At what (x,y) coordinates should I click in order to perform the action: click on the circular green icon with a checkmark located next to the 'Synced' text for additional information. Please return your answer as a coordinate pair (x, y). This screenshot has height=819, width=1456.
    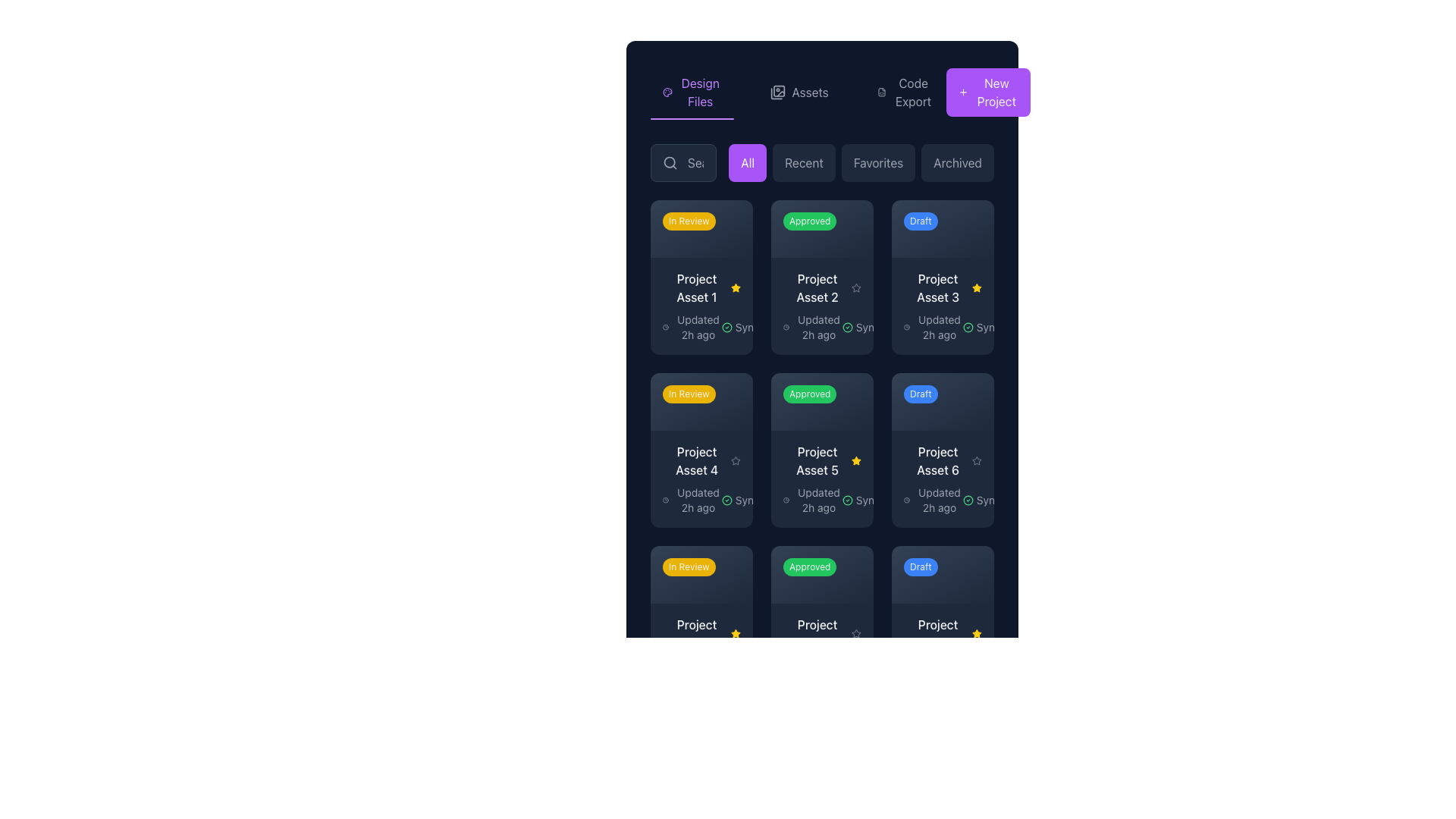
    Looking at the image, I should click on (846, 326).